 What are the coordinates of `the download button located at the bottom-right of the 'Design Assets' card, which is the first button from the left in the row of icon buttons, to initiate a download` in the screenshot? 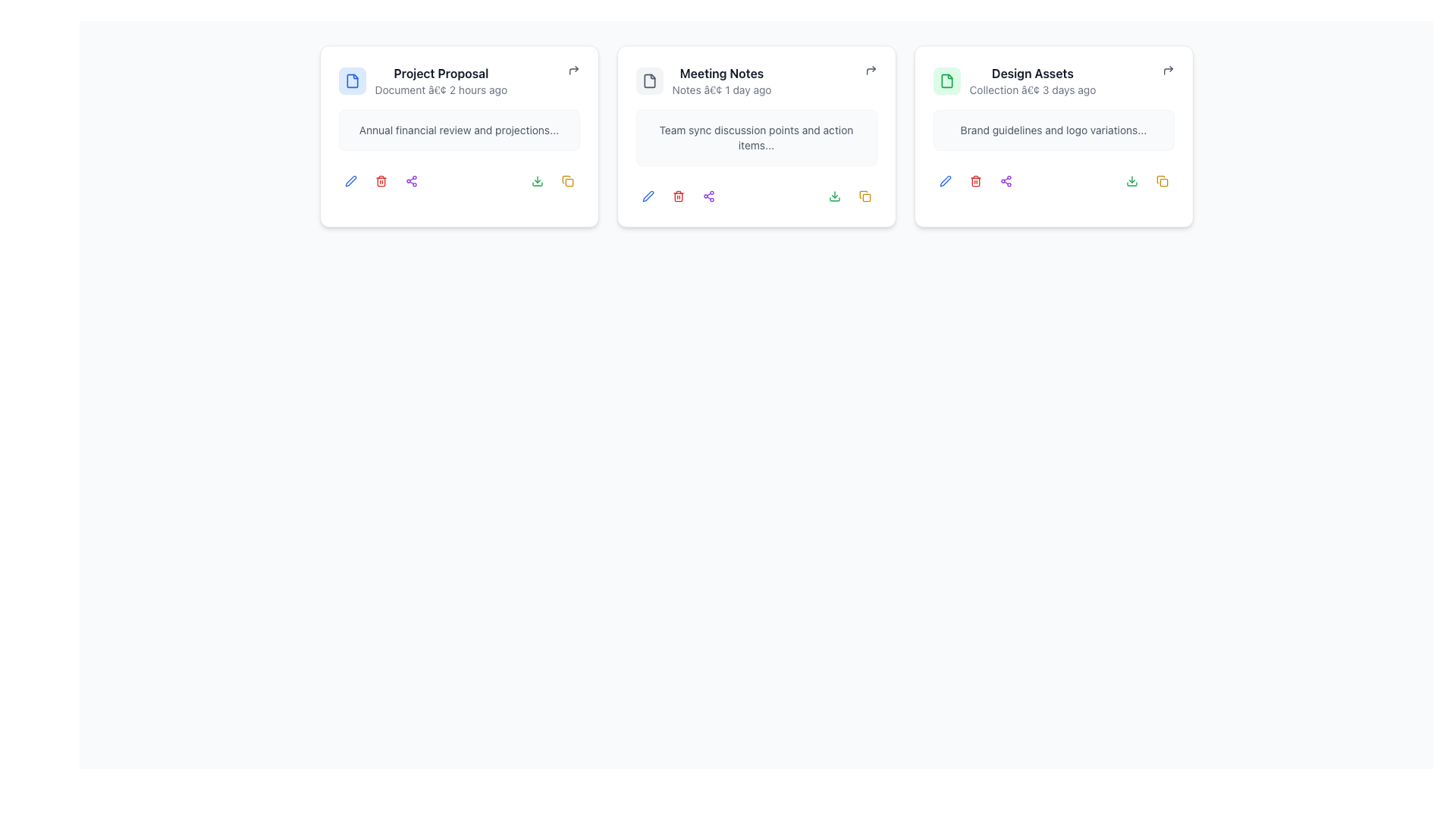 It's located at (1131, 180).